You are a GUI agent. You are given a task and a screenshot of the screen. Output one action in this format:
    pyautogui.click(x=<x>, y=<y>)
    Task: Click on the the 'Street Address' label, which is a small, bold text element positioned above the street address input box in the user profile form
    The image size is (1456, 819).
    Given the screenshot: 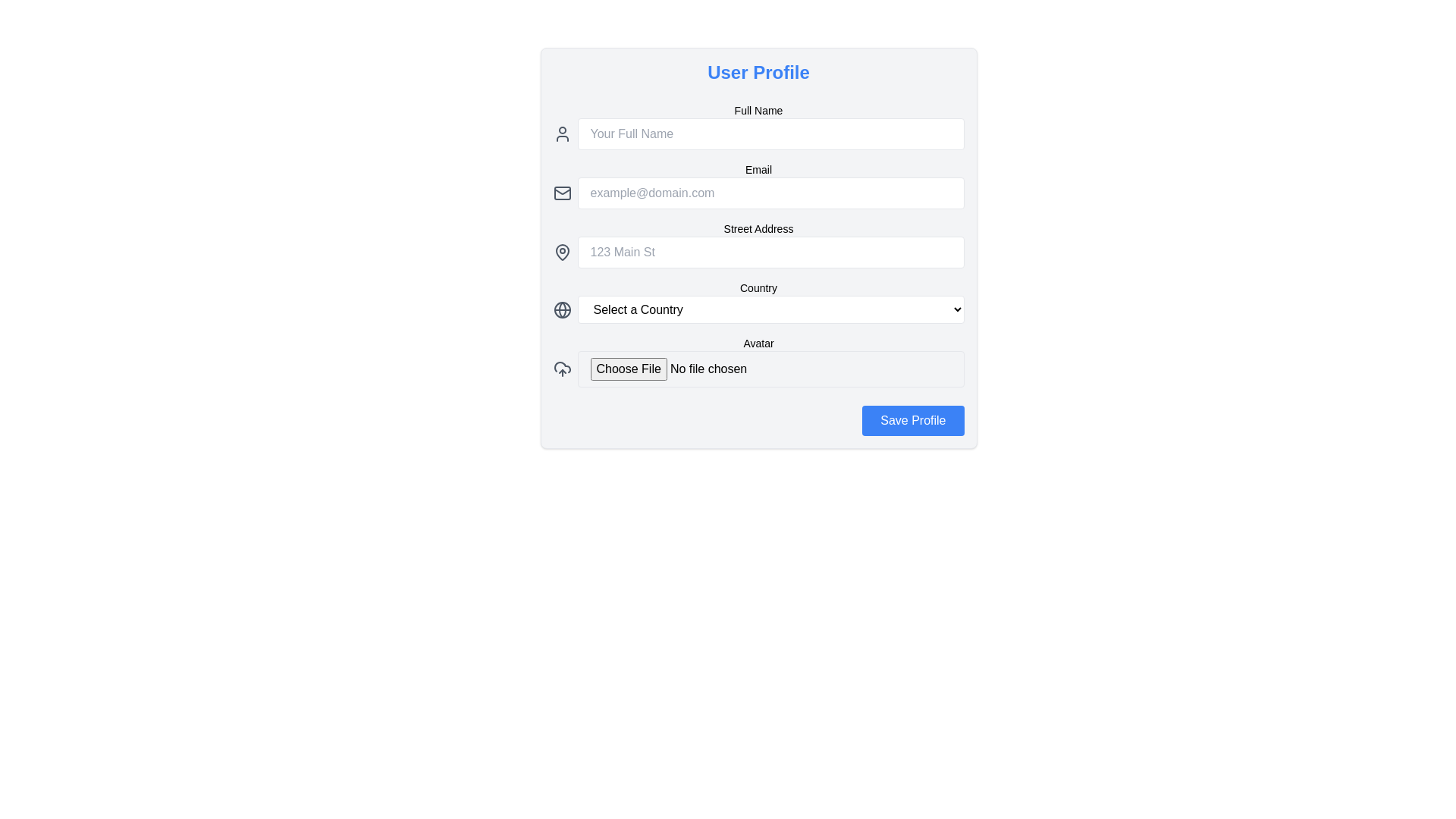 What is the action you would take?
    pyautogui.click(x=758, y=228)
    